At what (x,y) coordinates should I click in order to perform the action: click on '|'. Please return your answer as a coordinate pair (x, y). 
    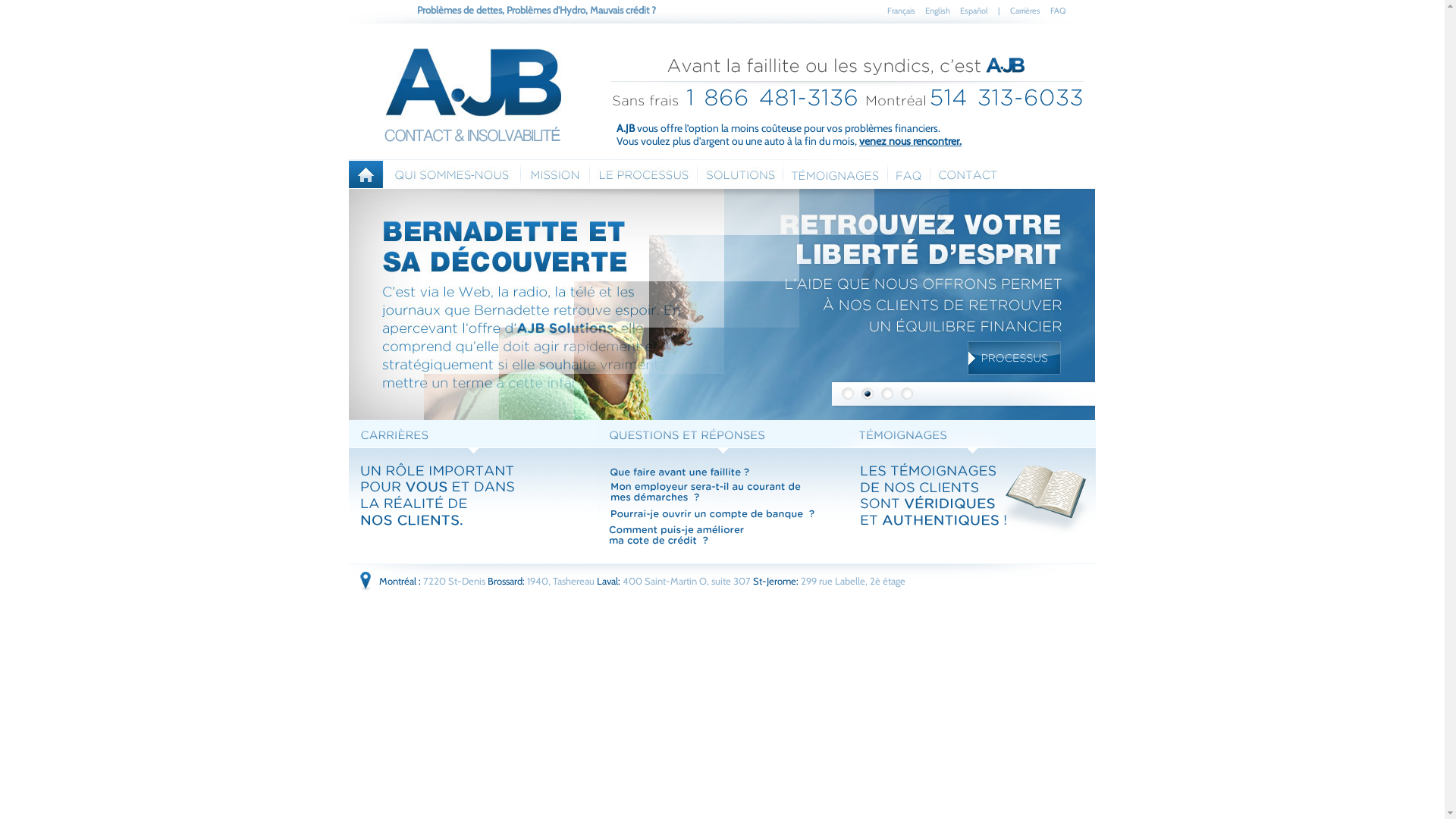
    Looking at the image, I should click on (997, 11).